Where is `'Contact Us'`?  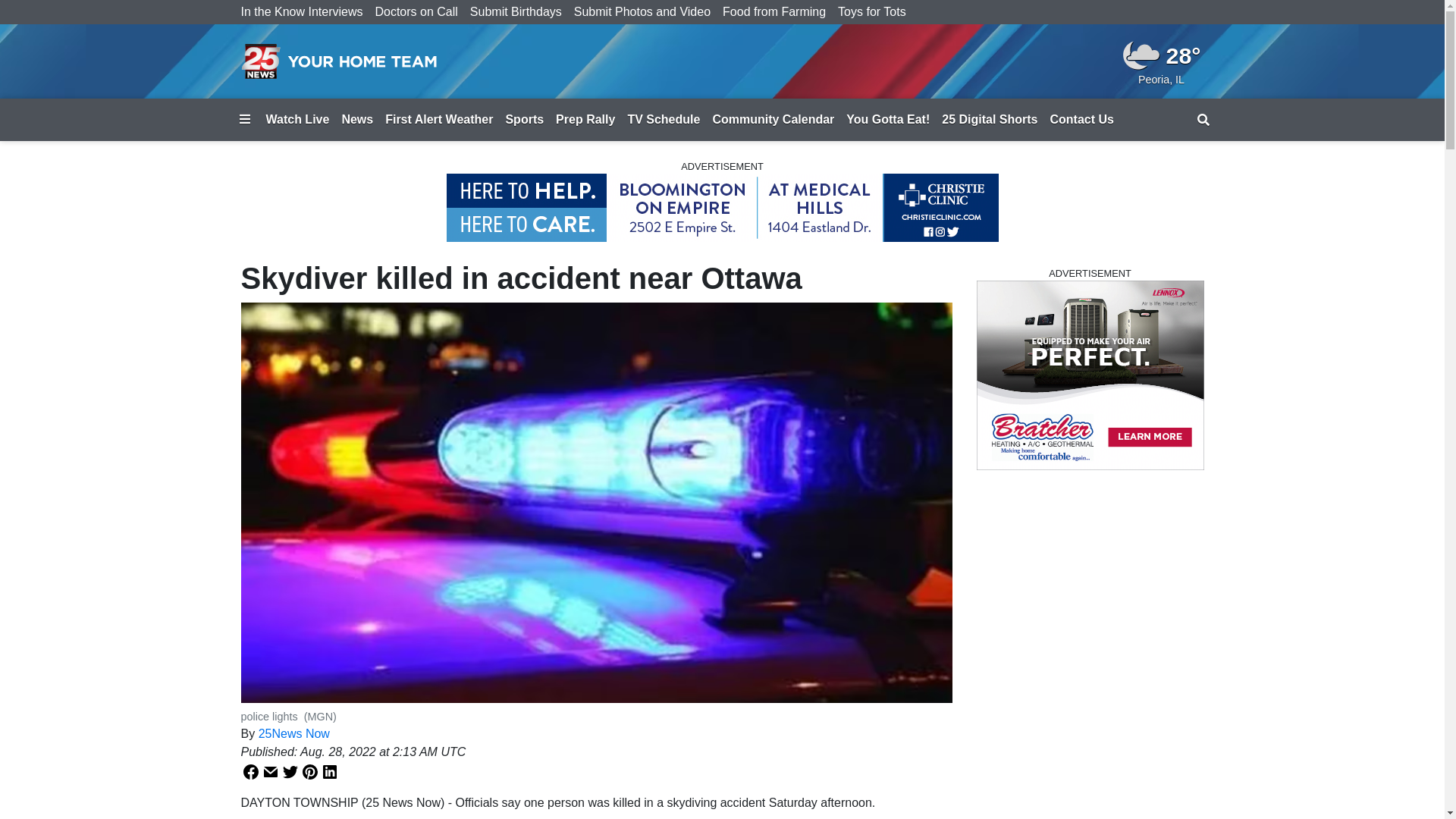 'Contact Us' is located at coordinates (1080, 119).